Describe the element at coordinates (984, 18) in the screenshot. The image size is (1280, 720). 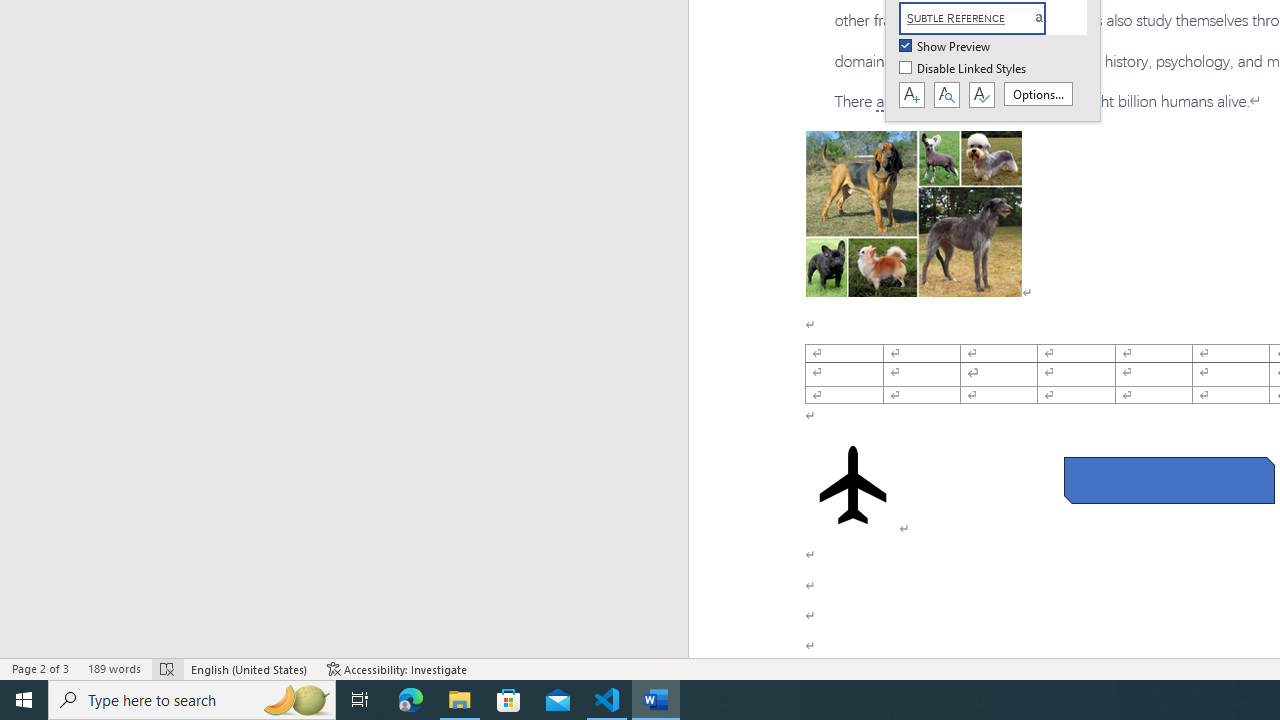
I see `'Subtle Reference'` at that location.